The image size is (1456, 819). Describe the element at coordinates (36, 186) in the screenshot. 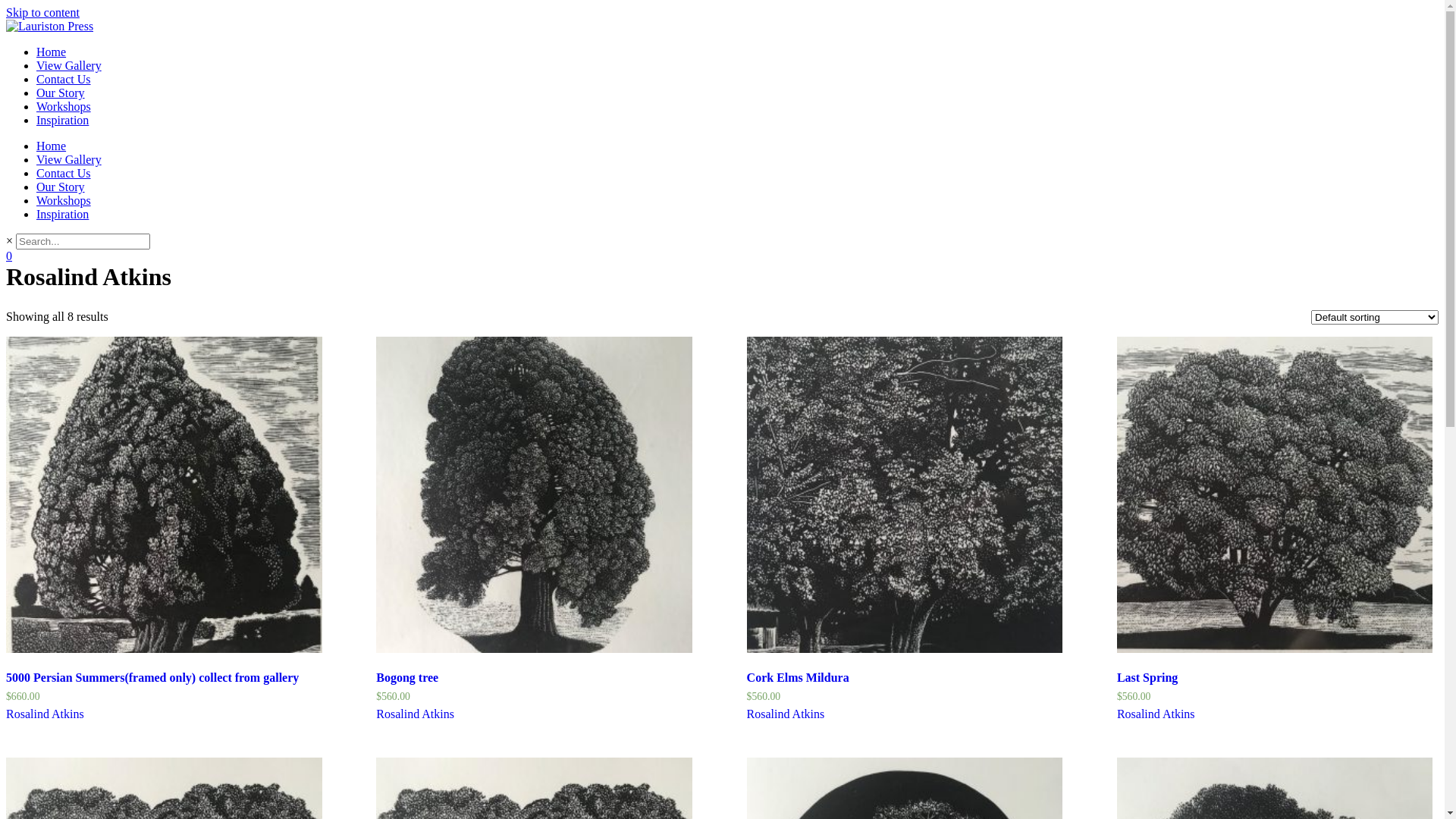

I see `'Our Story'` at that location.